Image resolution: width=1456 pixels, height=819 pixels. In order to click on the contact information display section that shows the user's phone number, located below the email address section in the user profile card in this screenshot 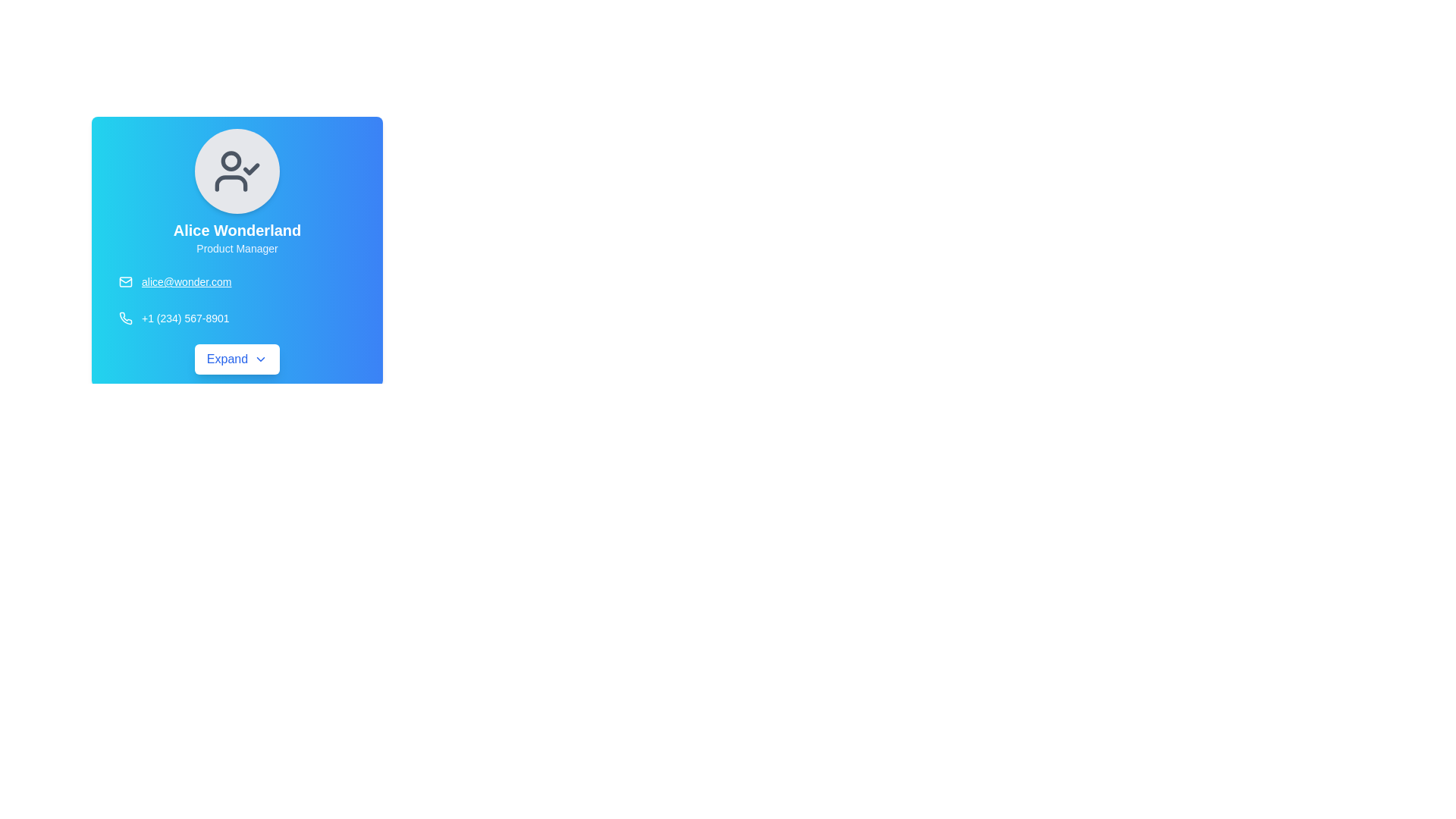, I will do `click(236, 318)`.